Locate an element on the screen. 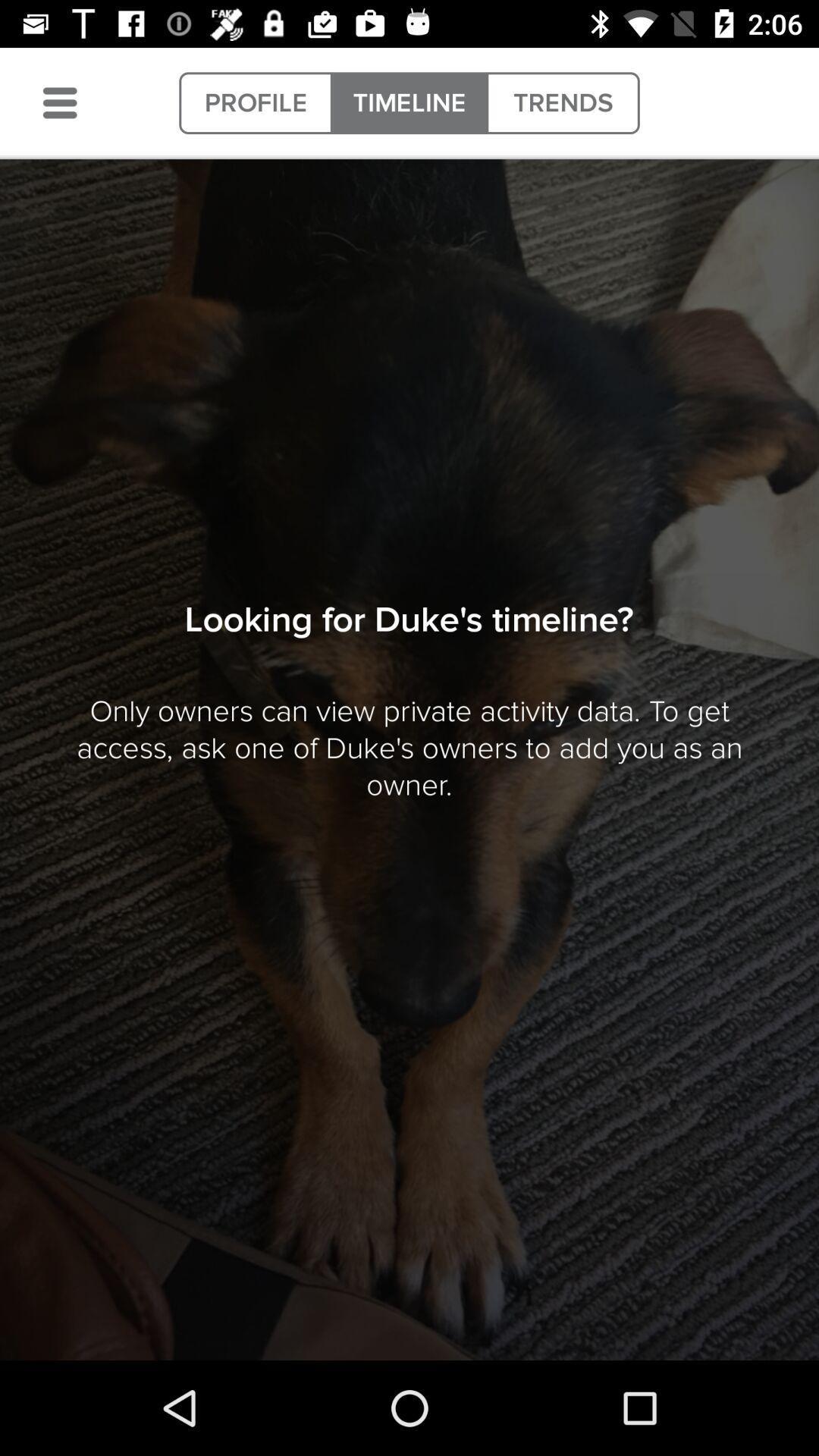  item next to timeline icon is located at coordinates (255, 102).